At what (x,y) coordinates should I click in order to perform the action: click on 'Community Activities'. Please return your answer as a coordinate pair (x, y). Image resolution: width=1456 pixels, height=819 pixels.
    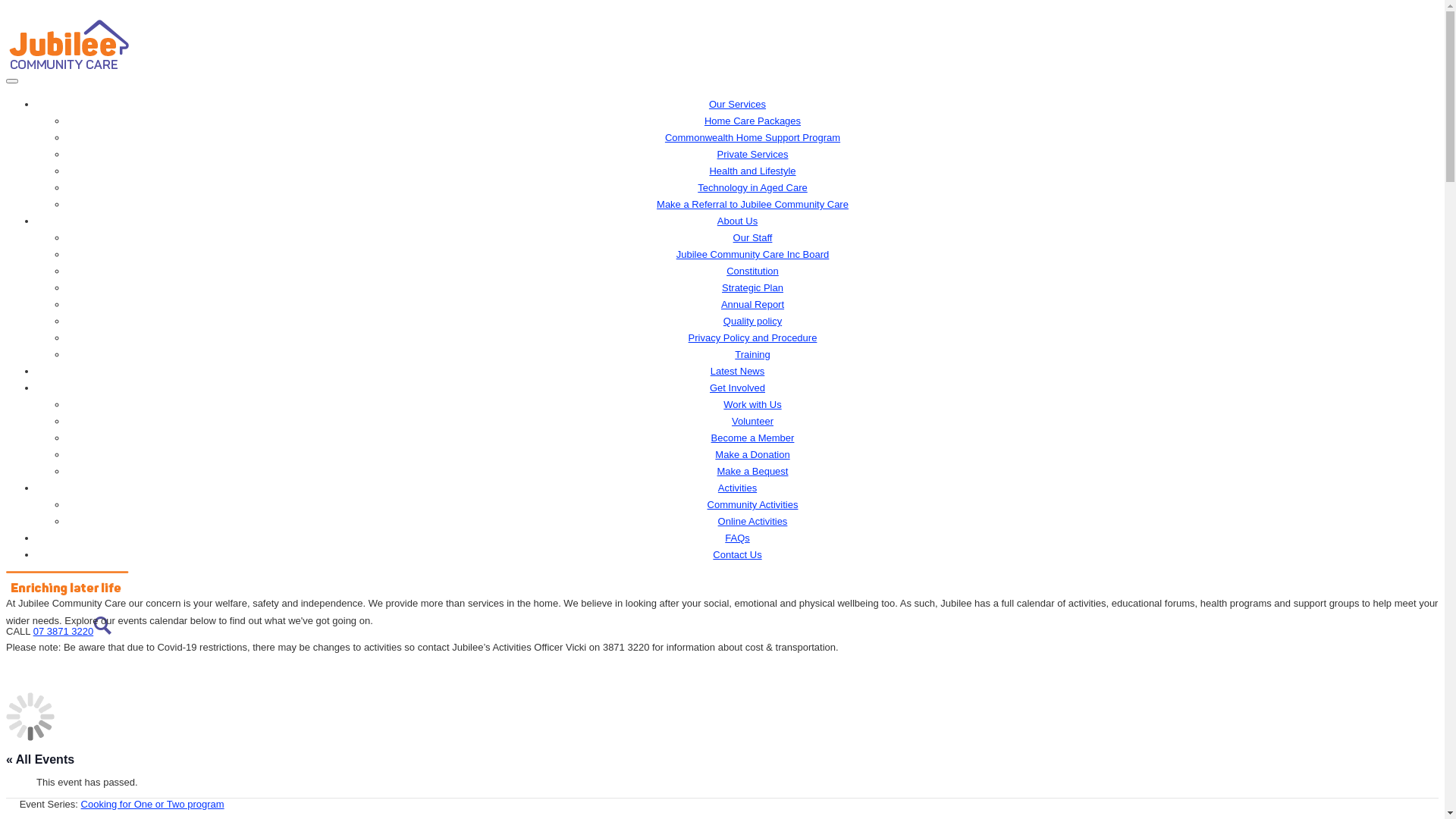
    Looking at the image, I should click on (753, 504).